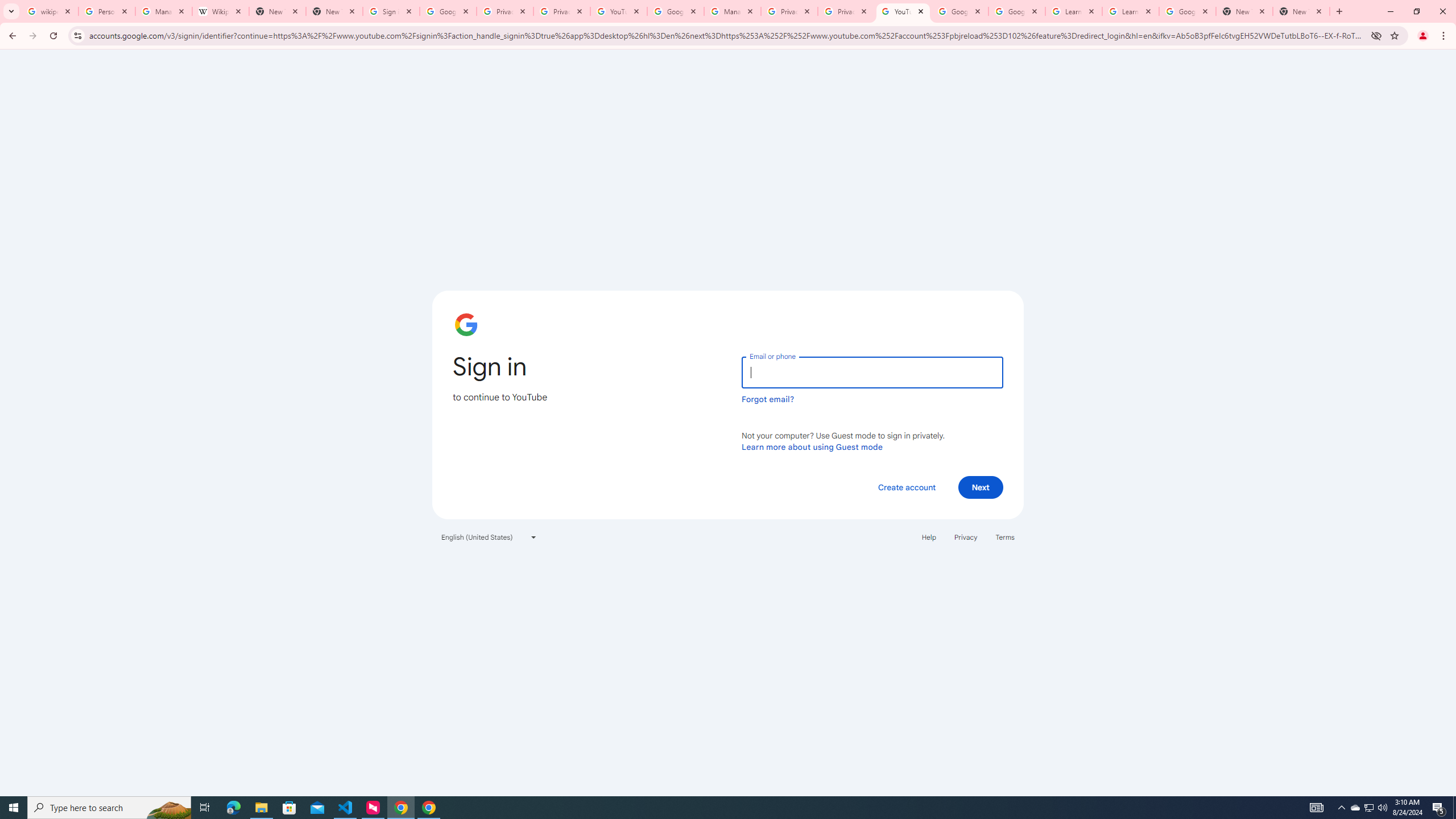  What do you see at coordinates (1244, 11) in the screenshot?
I see `'New Tab'` at bounding box center [1244, 11].